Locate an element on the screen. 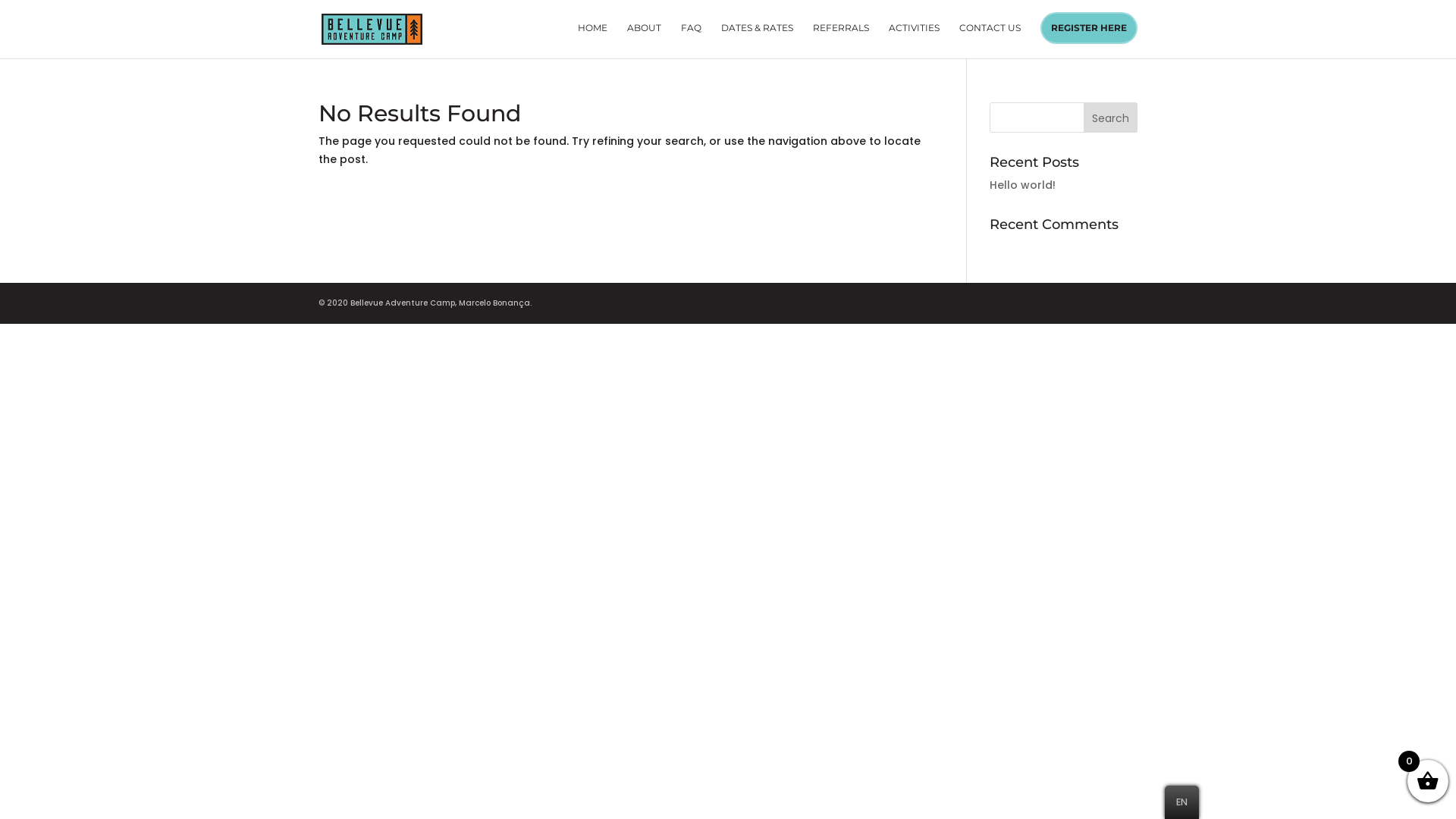  'REFERRALS' is located at coordinates (839, 39).